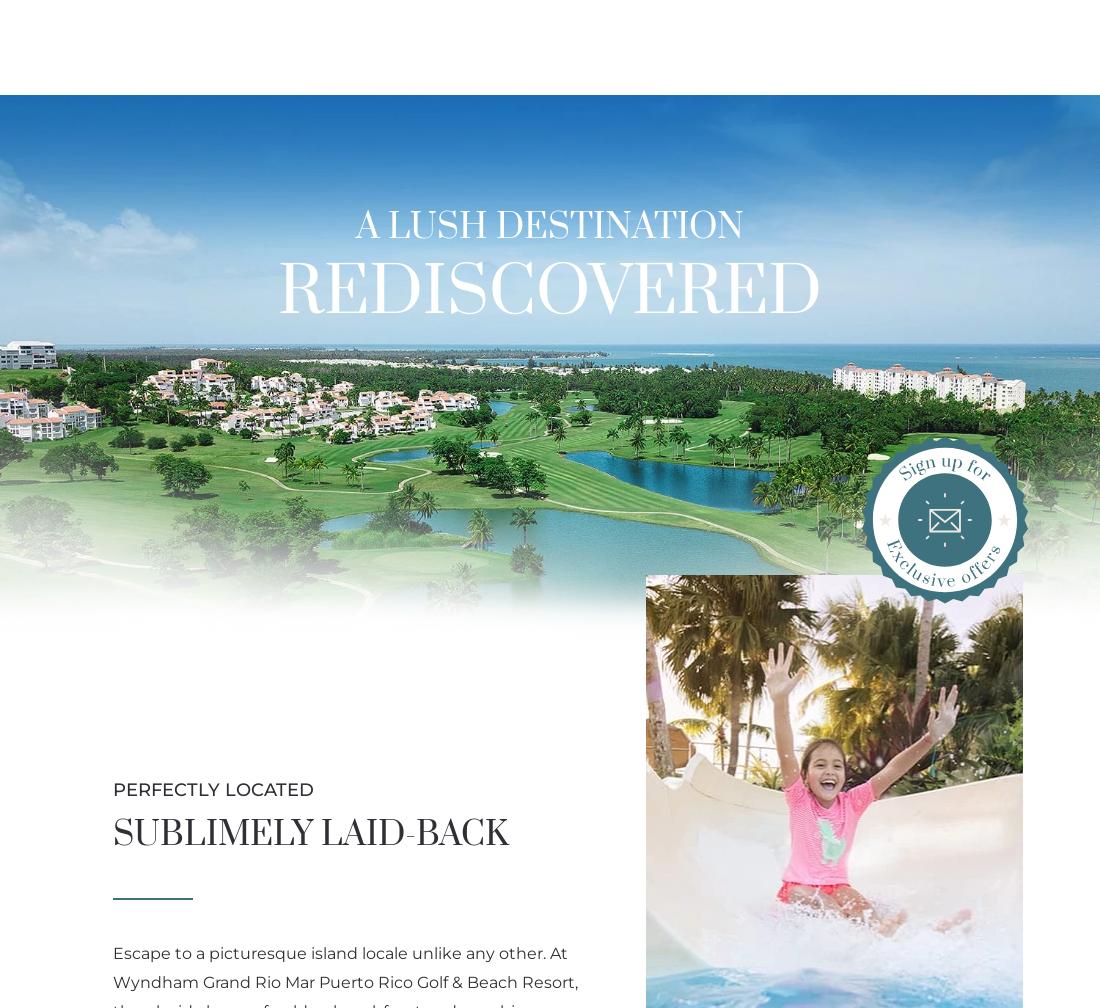 This screenshot has width=1100, height=1008. I want to click on 'Activities', so click(670, 59).